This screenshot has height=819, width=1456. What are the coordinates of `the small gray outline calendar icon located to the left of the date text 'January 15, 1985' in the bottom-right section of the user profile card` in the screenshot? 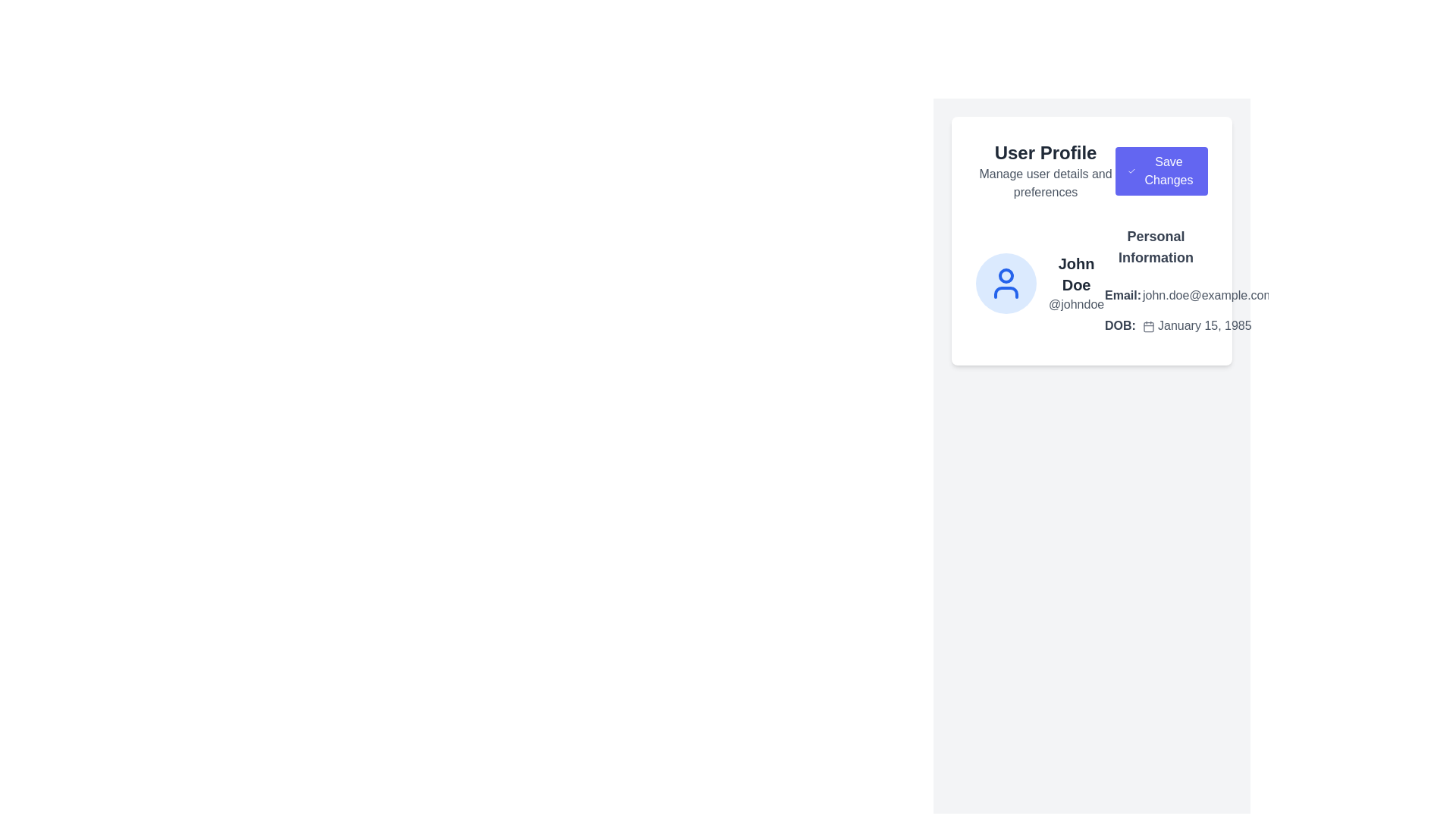 It's located at (1149, 325).